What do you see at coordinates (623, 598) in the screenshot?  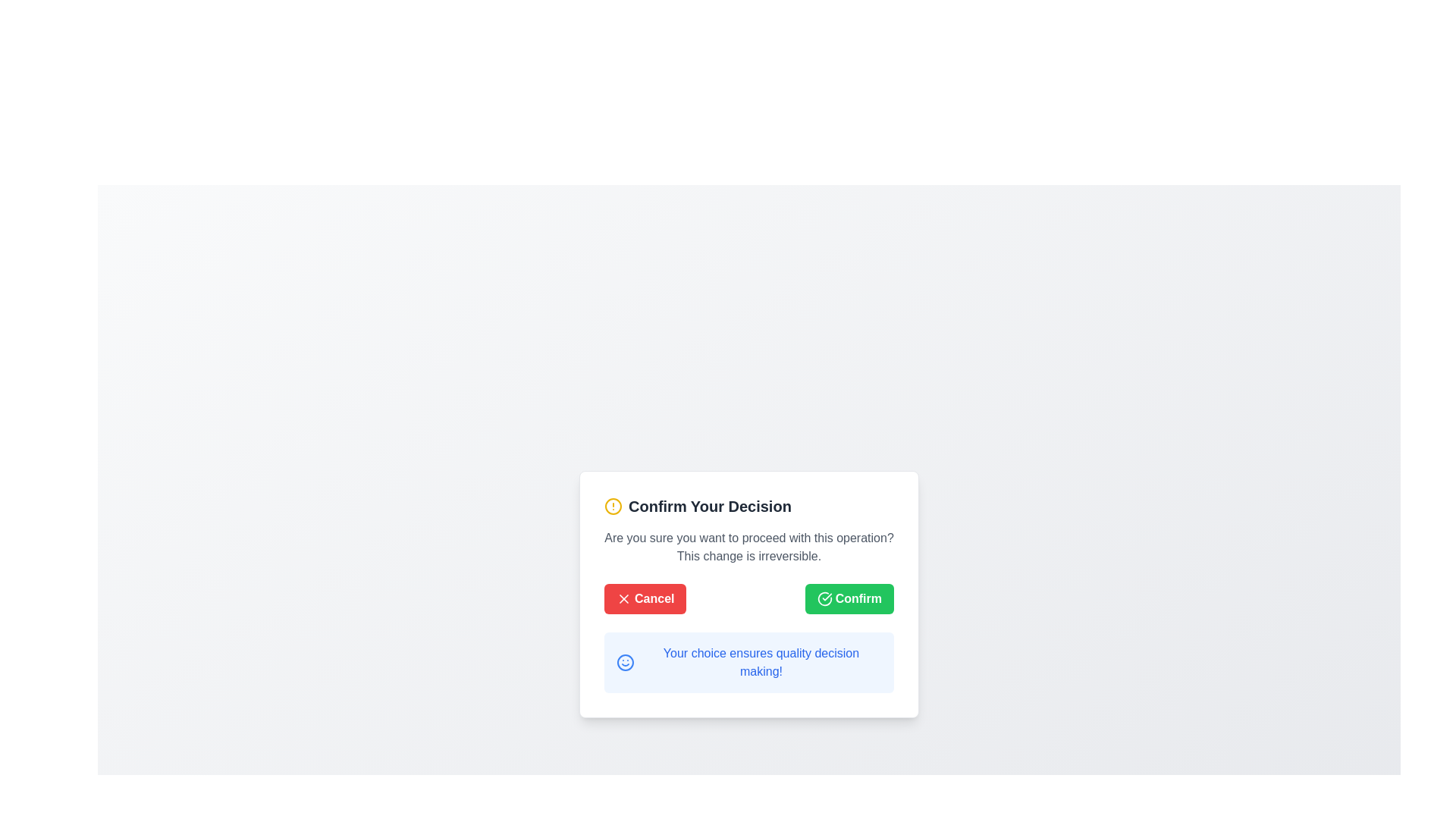 I see `the 'Cancel' button which contains a small 'X' icon representing a close or cancel action, located towards the left edge of the button` at bounding box center [623, 598].